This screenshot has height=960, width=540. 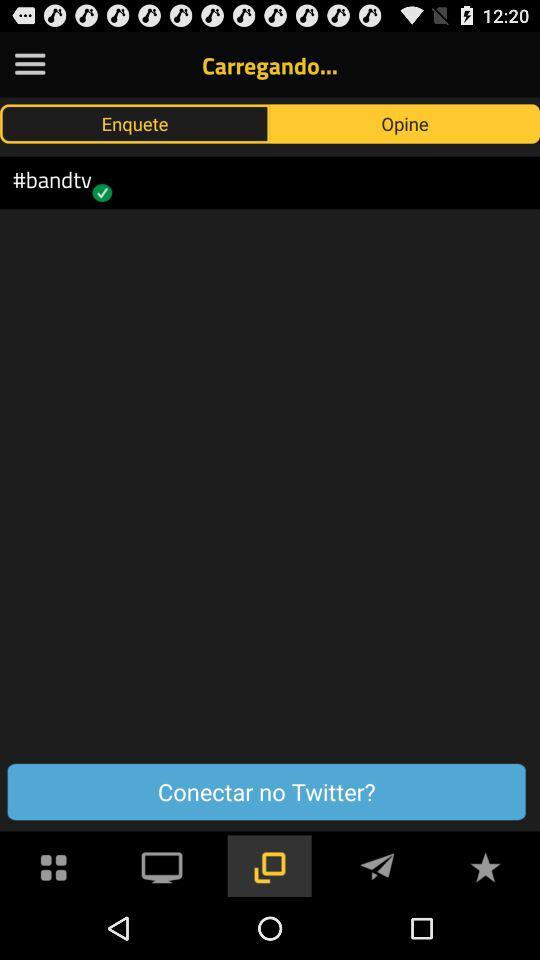 What do you see at coordinates (405, 122) in the screenshot?
I see `the icon to the right of the enquete` at bounding box center [405, 122].